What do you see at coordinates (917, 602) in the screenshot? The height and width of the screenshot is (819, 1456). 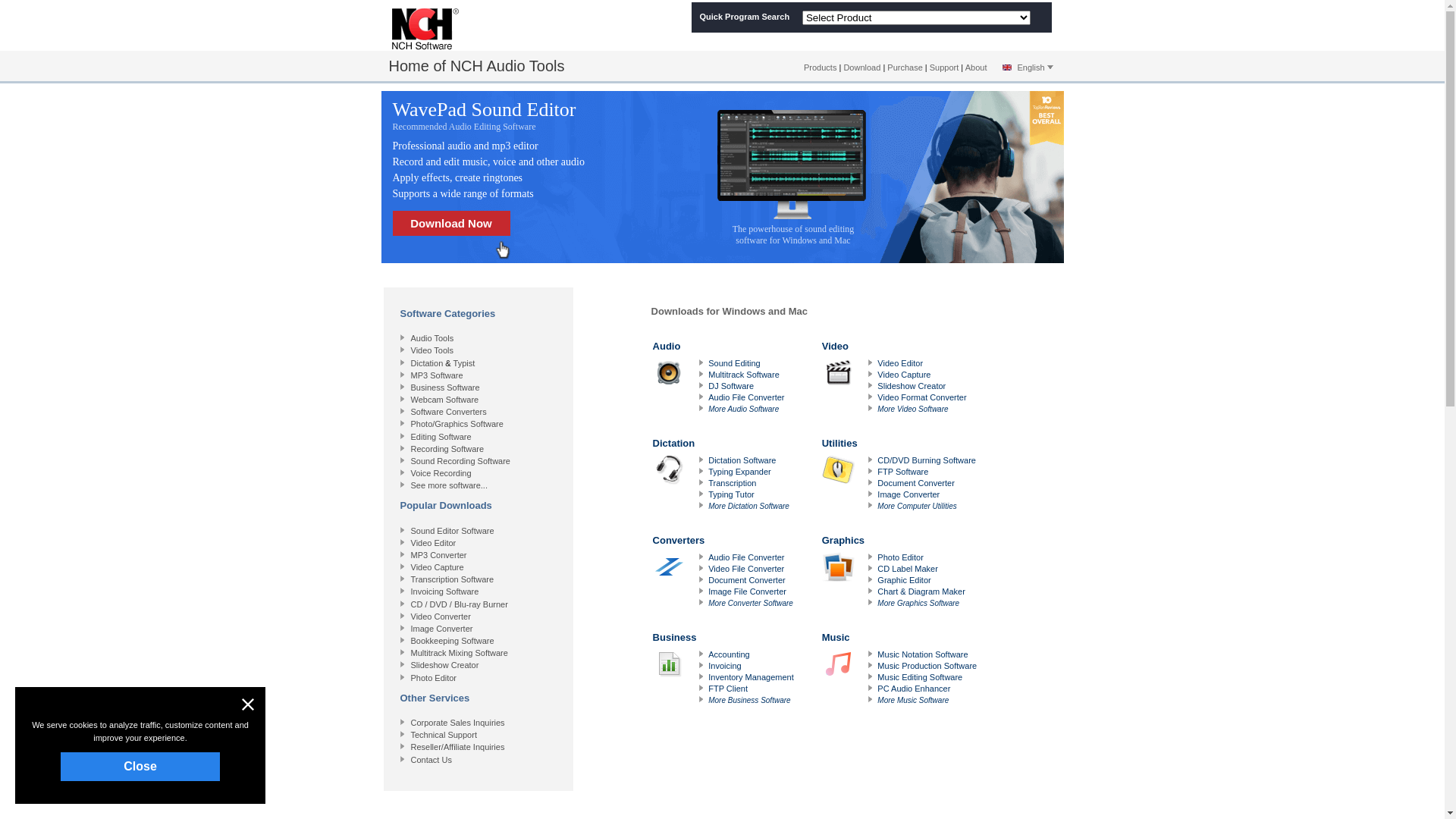 I see `'More Graphics Software'` at bounding box center [917, 602].